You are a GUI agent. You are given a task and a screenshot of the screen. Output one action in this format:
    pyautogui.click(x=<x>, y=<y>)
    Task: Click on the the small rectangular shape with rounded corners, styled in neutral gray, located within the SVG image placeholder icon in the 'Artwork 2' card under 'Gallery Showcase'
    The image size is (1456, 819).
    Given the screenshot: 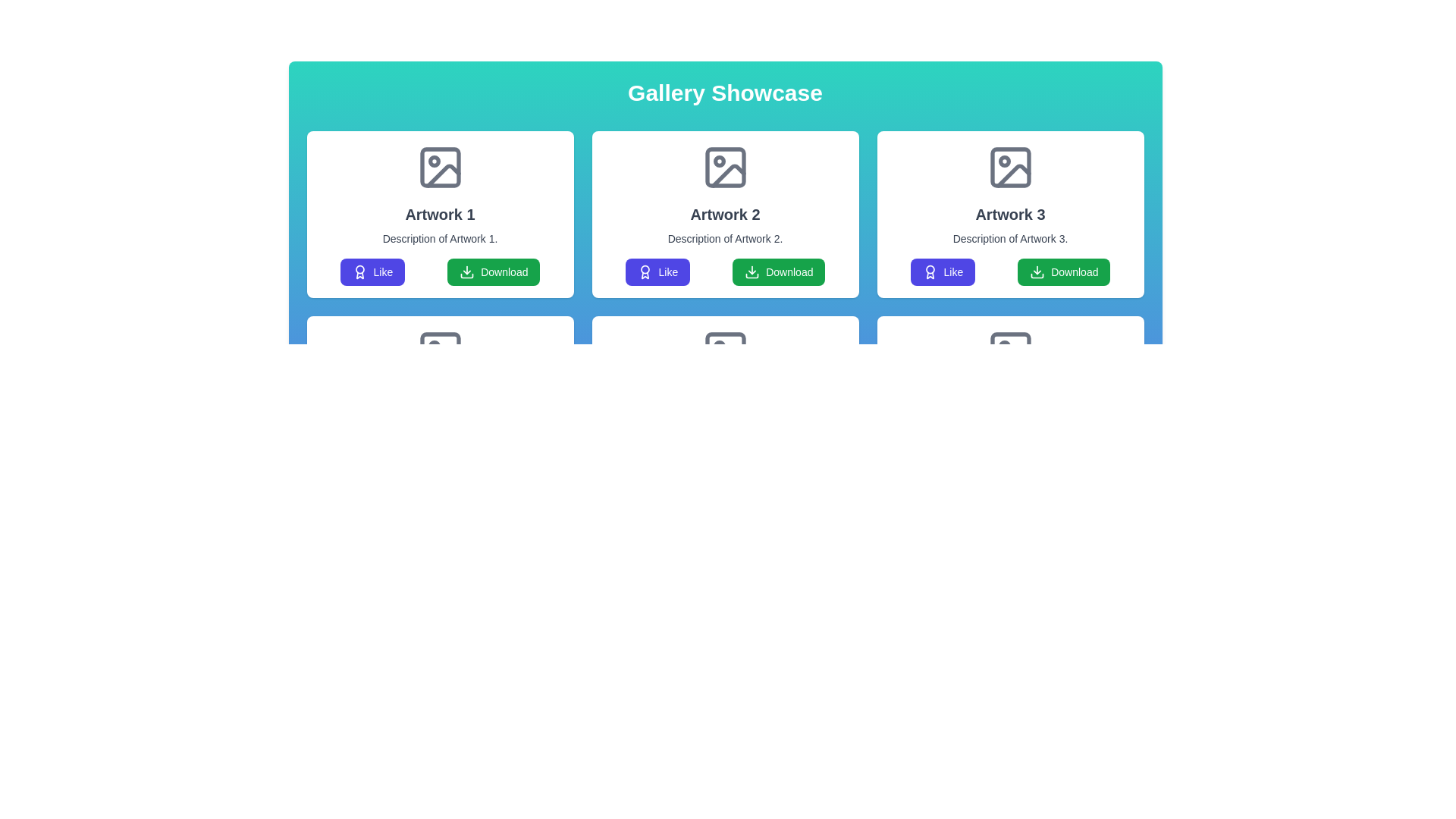 What is the action you would take?
    pyautogui.click(x=724, y=167)
    